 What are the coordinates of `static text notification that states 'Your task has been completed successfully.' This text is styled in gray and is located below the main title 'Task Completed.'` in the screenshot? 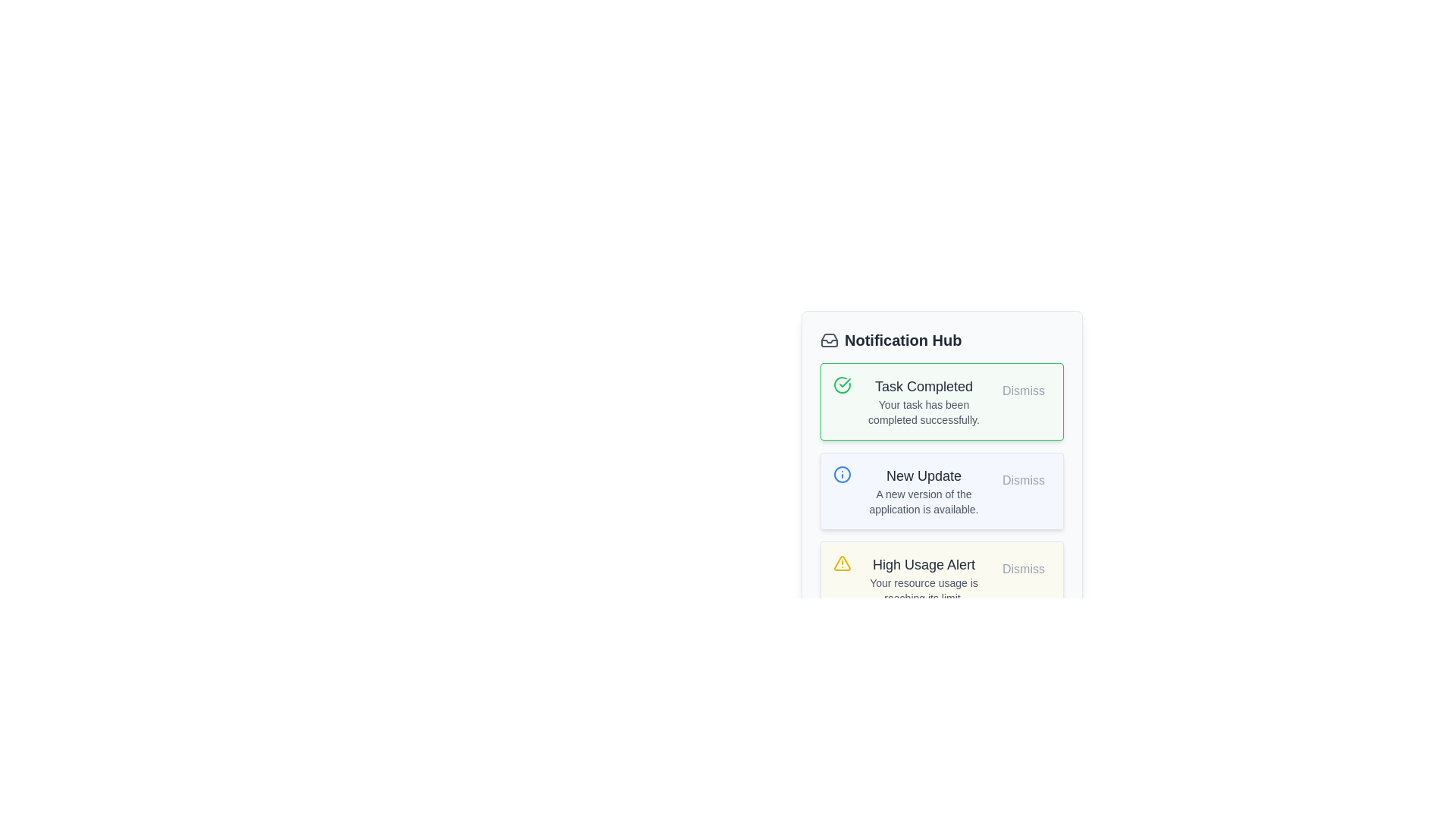 It's located at (923, 412).